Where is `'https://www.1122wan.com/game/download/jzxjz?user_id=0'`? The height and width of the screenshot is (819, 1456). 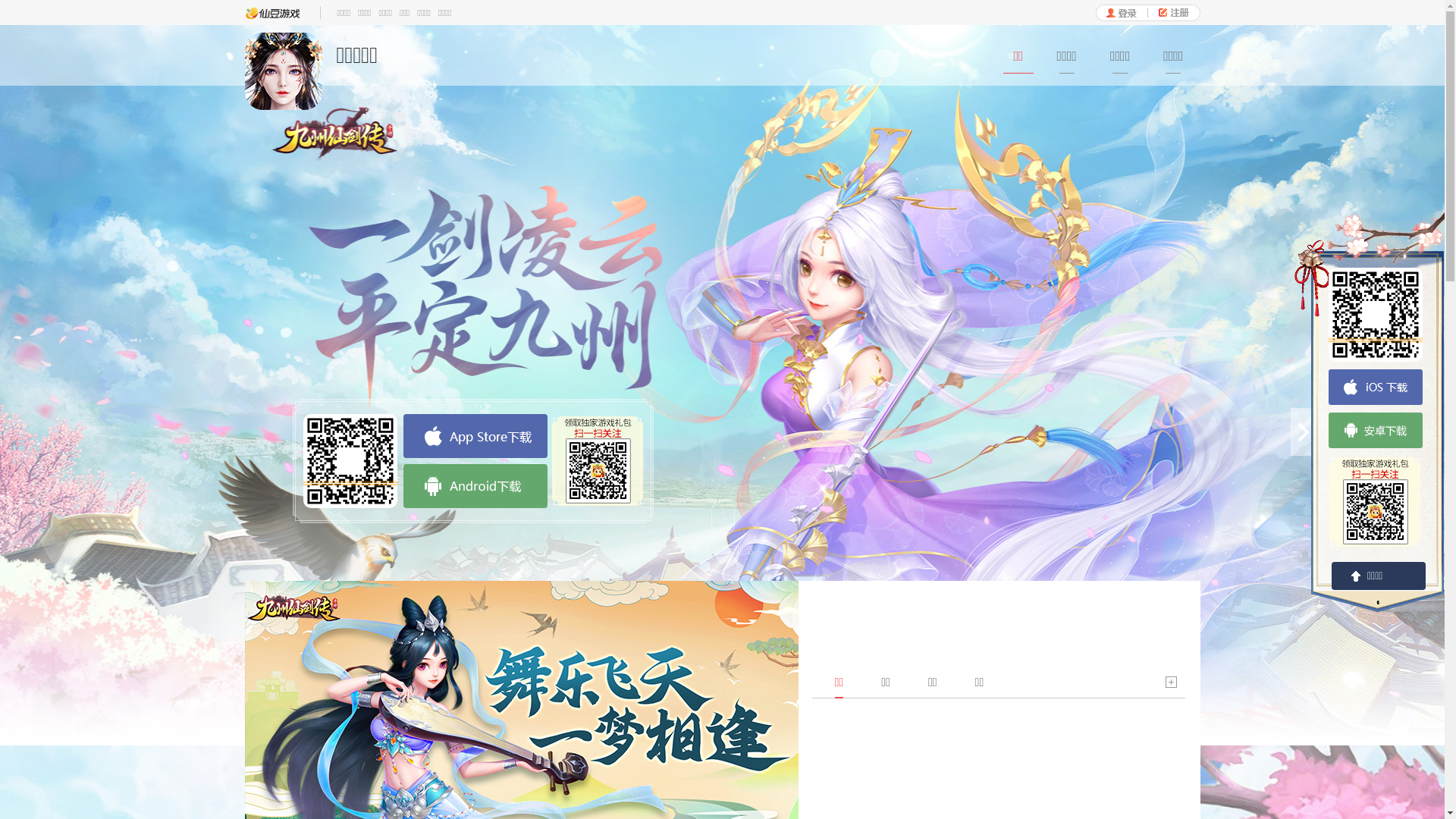
'https://www.1122wan.com/game/download/jzxjz?user_id=0' is located at coordinates (303, 460).